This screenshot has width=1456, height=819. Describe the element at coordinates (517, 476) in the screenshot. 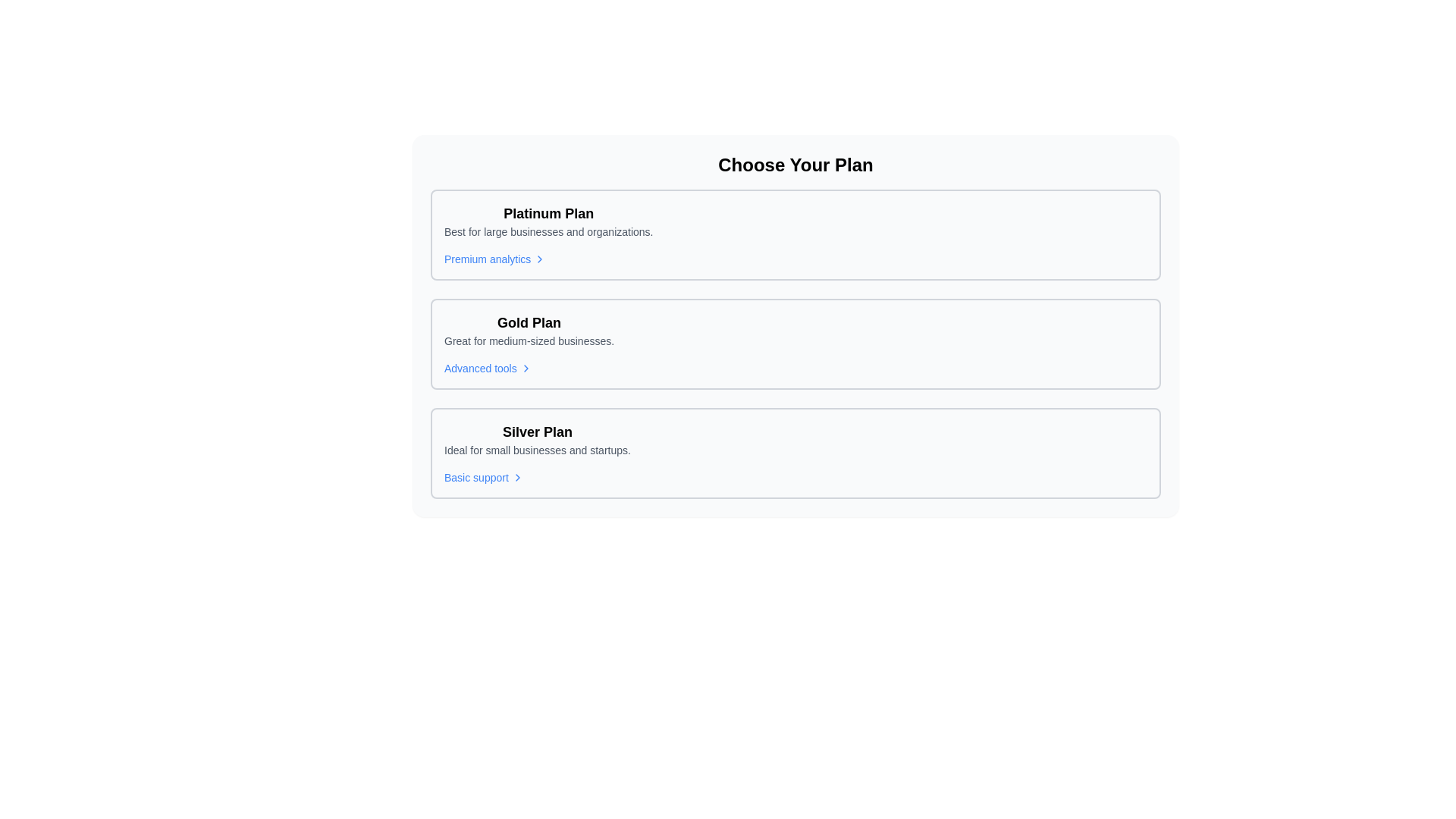

I see `the right-pointing chevron icon located next to the 'Basic support' text in the Silver Plan section` at that location.